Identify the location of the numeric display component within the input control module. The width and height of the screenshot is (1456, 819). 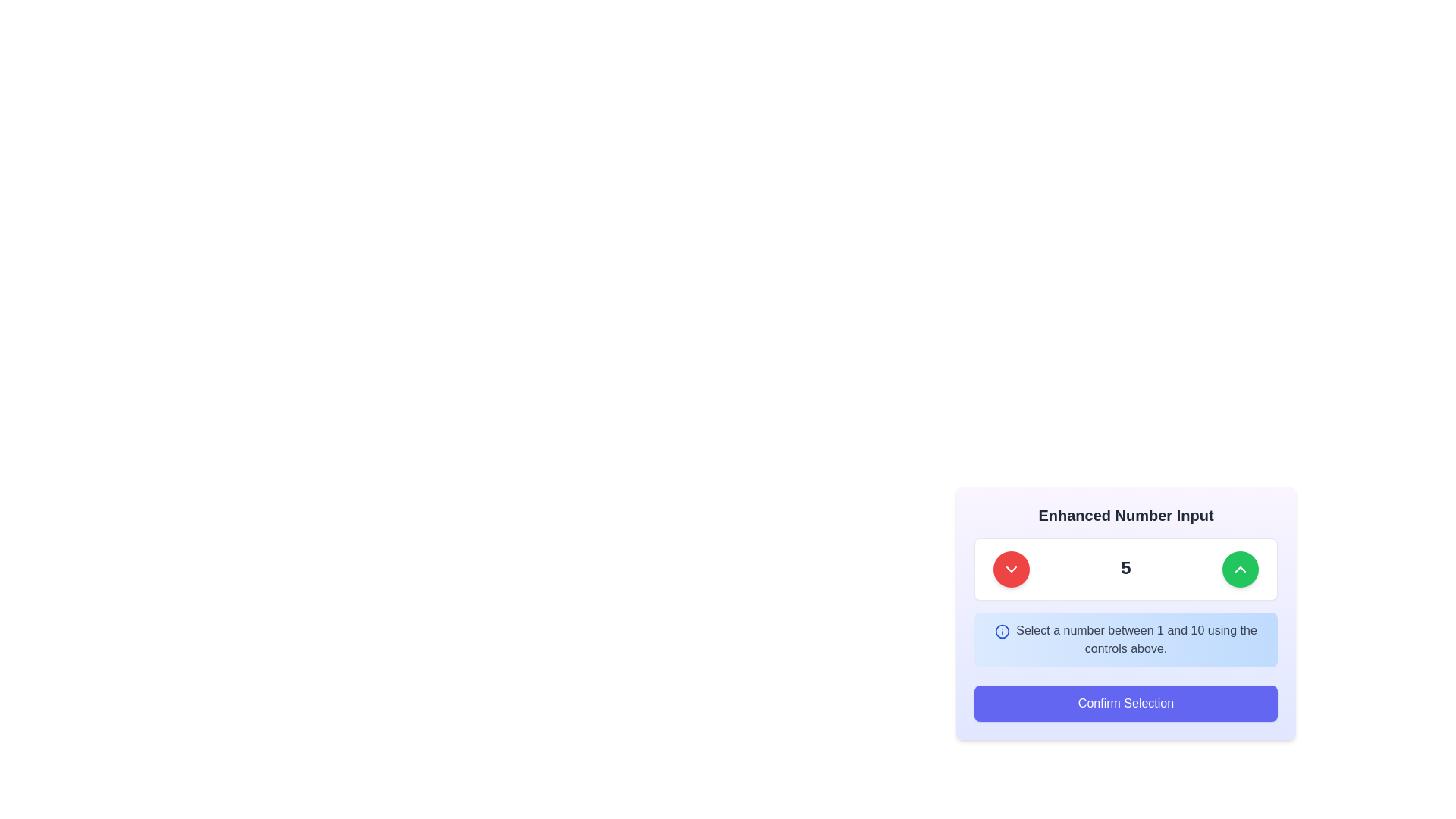
(1125, 570).